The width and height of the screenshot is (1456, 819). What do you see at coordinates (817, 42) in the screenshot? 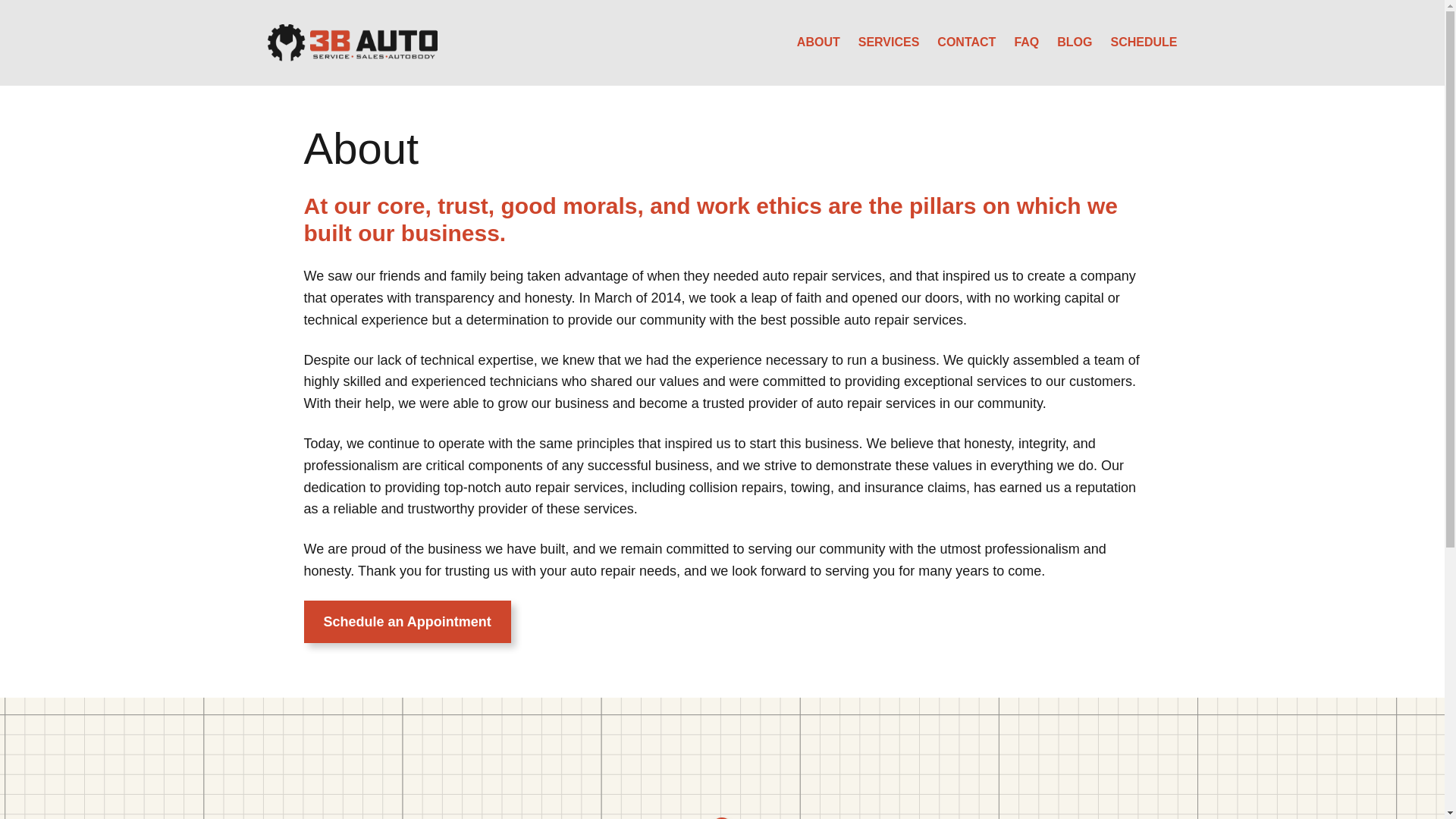
I see `'ABOUT'` at bounding box center [817, 42].